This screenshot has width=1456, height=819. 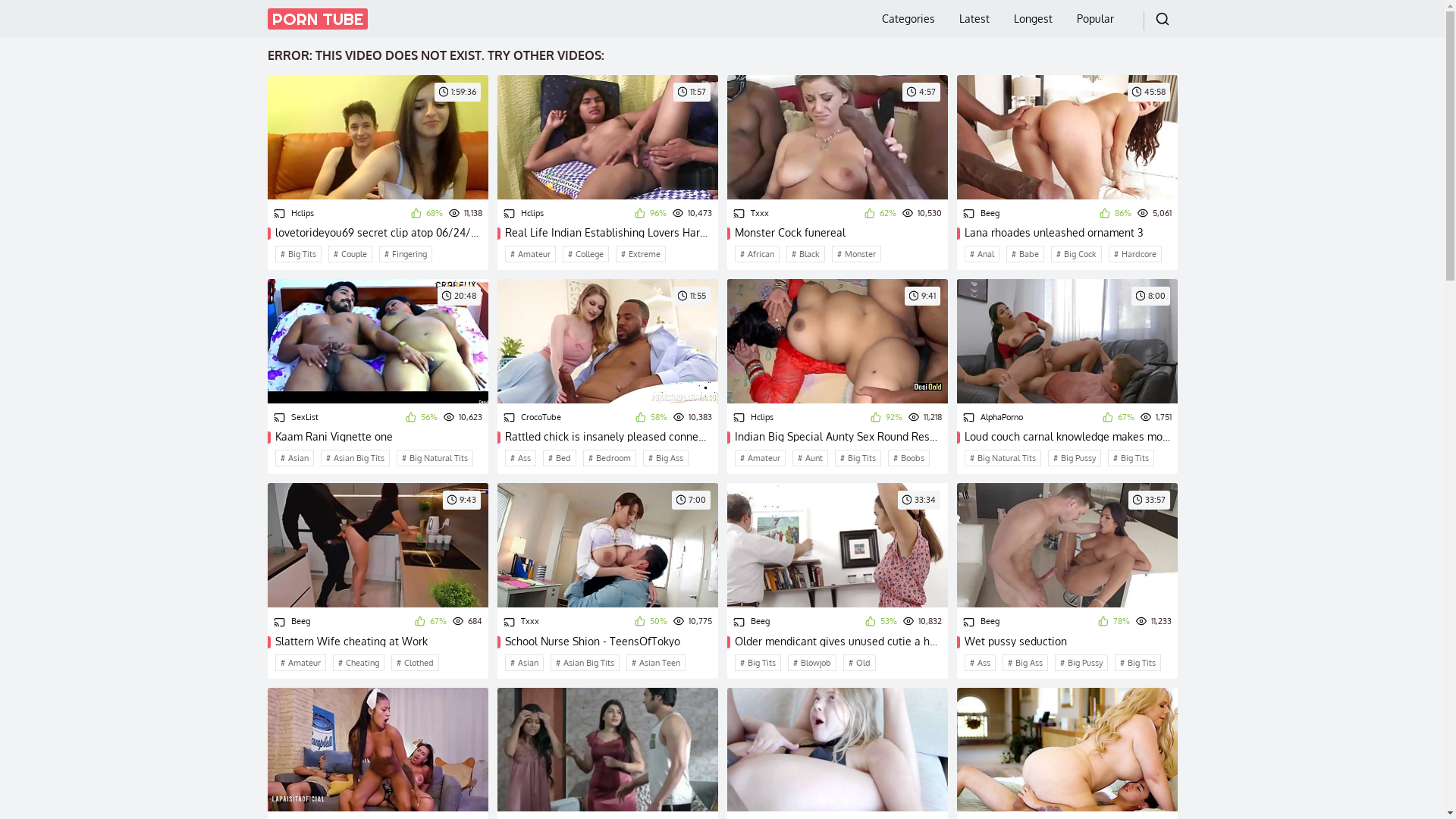 What do you see at coordinates (973, 18) in the screenshot?
I see `'Latest'` at bounding box center [973, 18].